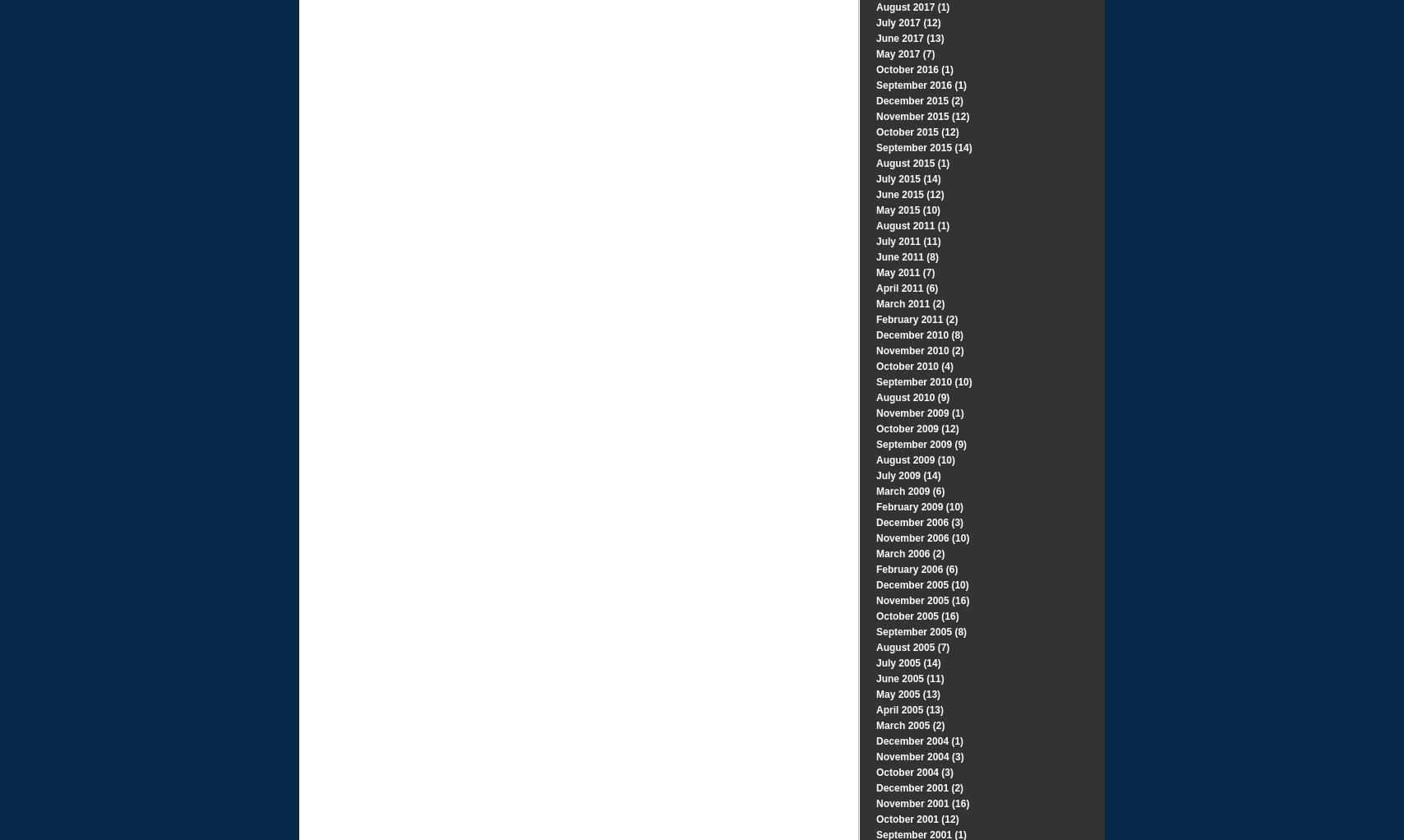  What do you see at coordinates (908, 22) in the screenshot?
I see `'July 2017 (12)'` at bounding box center [908, 22].